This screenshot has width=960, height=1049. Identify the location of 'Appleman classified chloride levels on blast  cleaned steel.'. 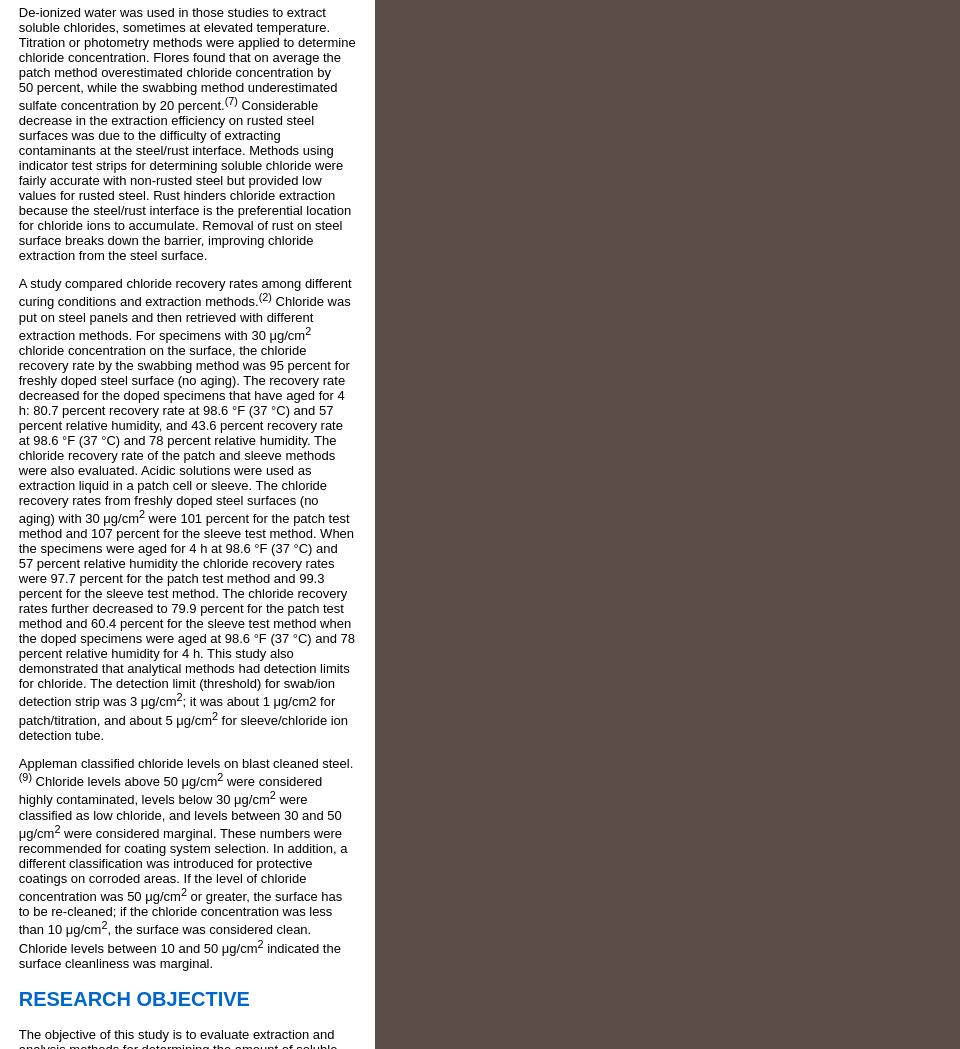
(185, 762).